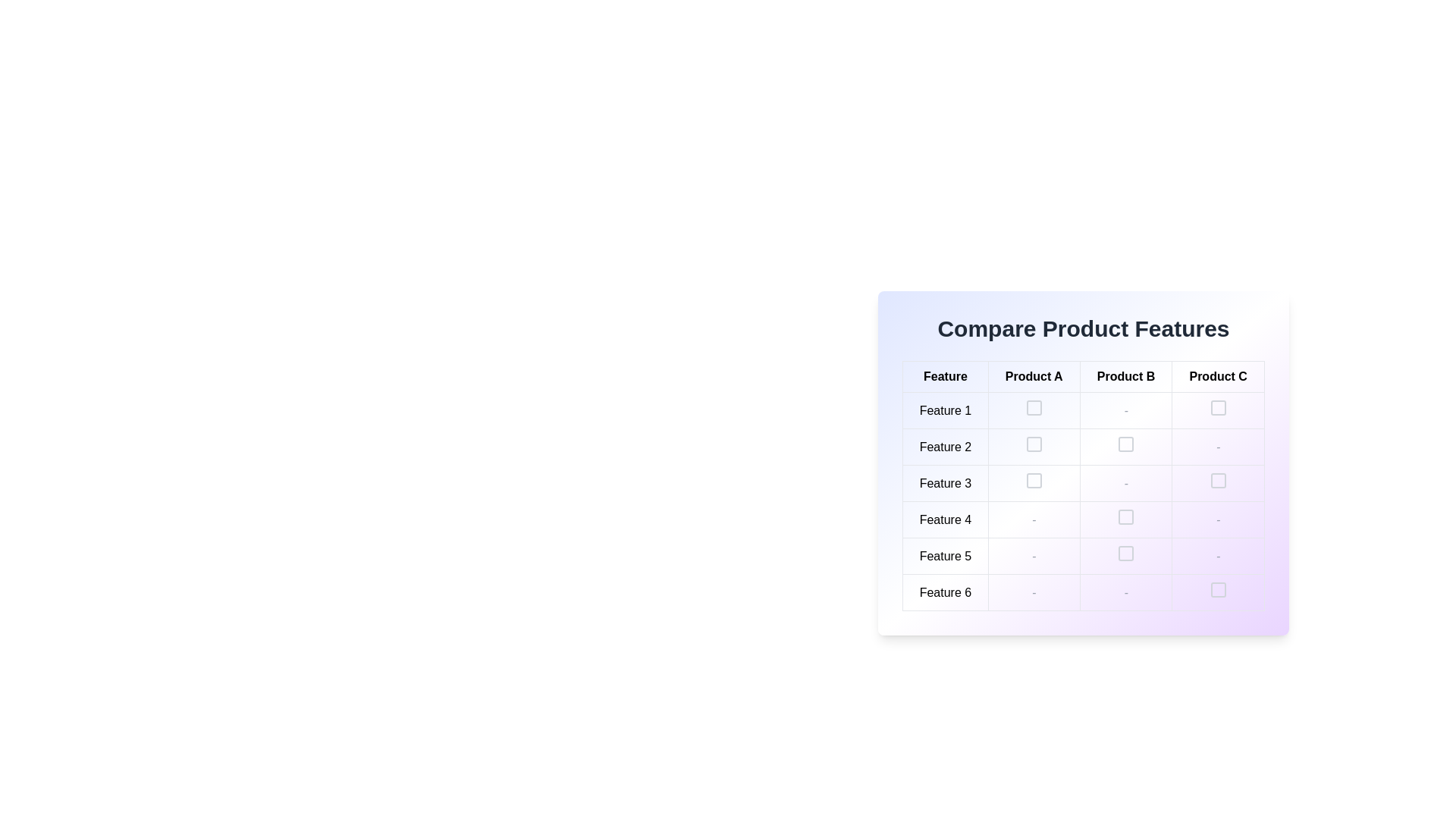 The width and height of the screenshot is (1456, 819). I want to click on the text label displaying the word 'Feature' in bold and black font, which is the first column header in the 'Compare Product Features' section of the UI, so click(944, 376).